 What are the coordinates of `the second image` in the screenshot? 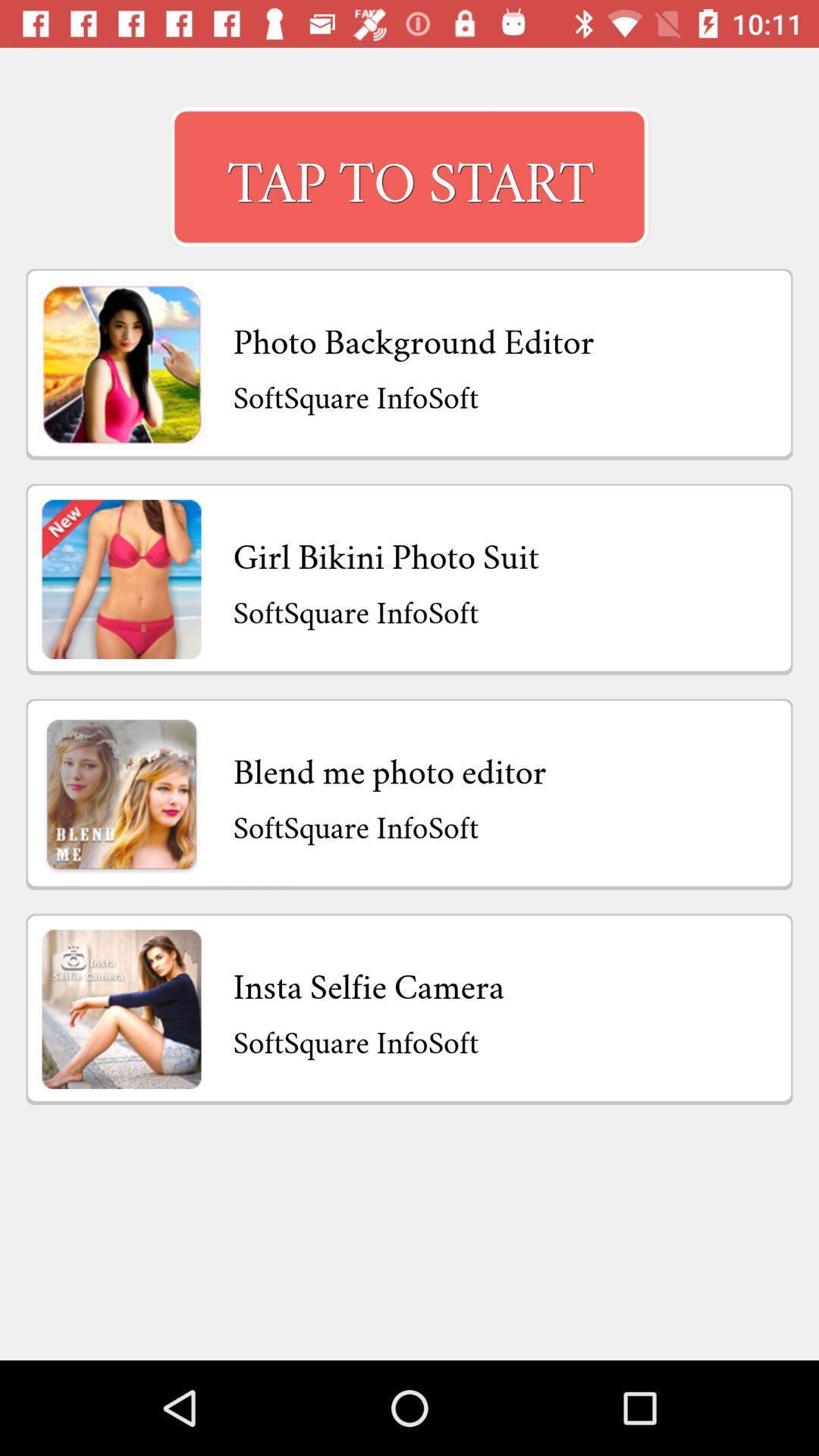 It's located at (121, 578).